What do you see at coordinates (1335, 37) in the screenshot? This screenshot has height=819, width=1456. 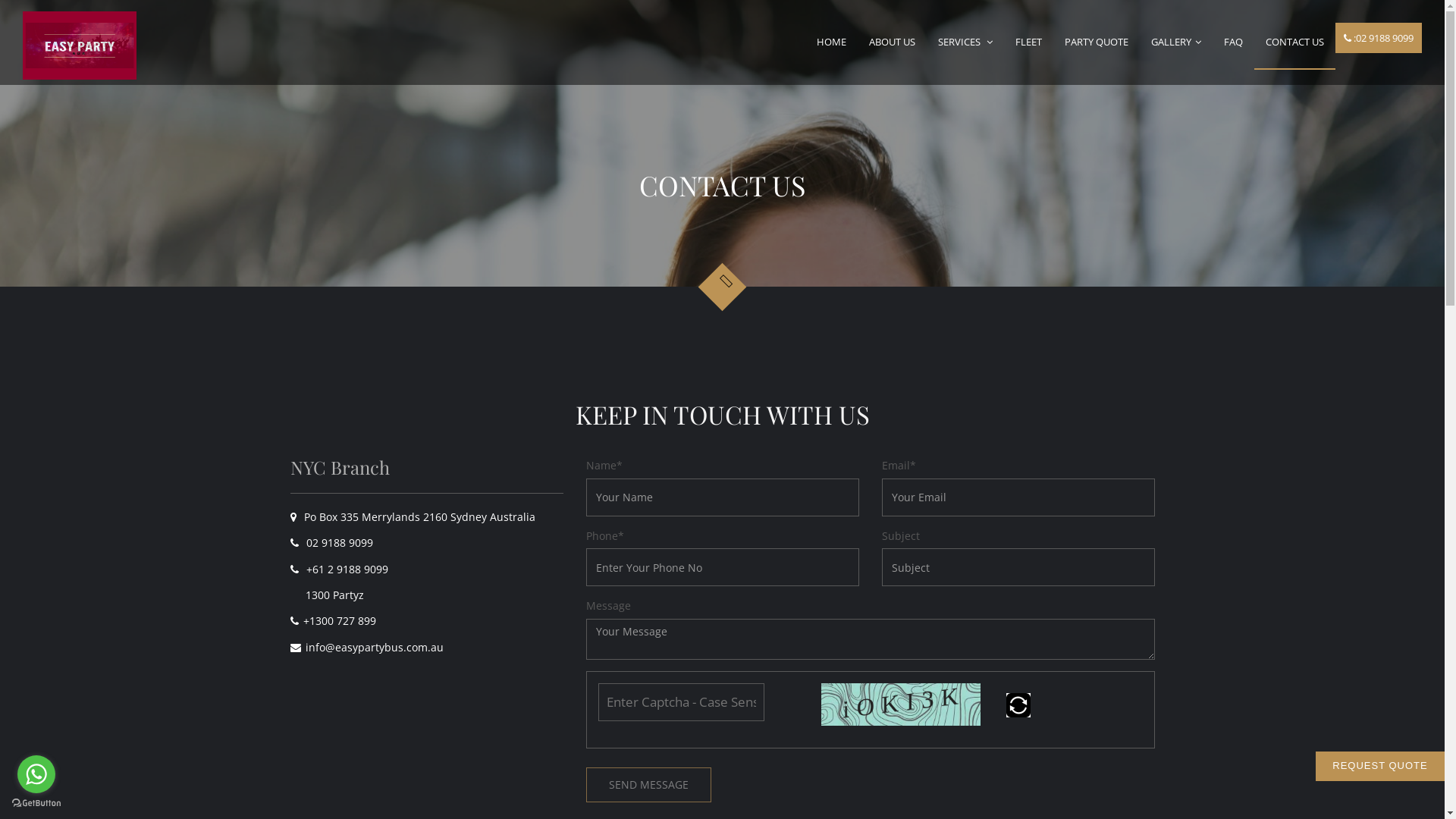 I see `':02 9188 9099'` at bounding box center [1335, 37].